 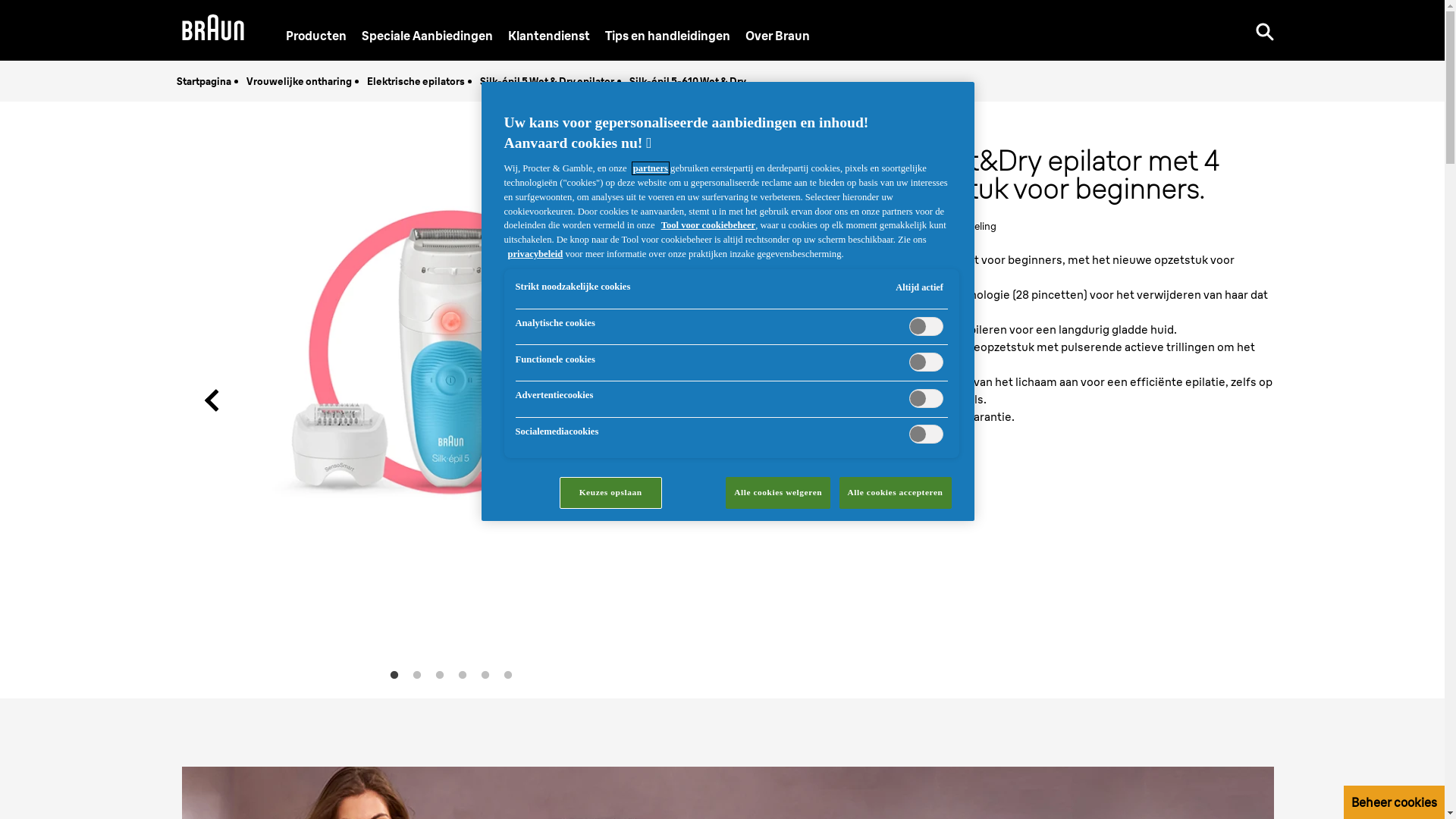 What do you see at coordinates (777, 34) in the screenshot?
I see `'Over Braun'` at bounding box center [777, 34].